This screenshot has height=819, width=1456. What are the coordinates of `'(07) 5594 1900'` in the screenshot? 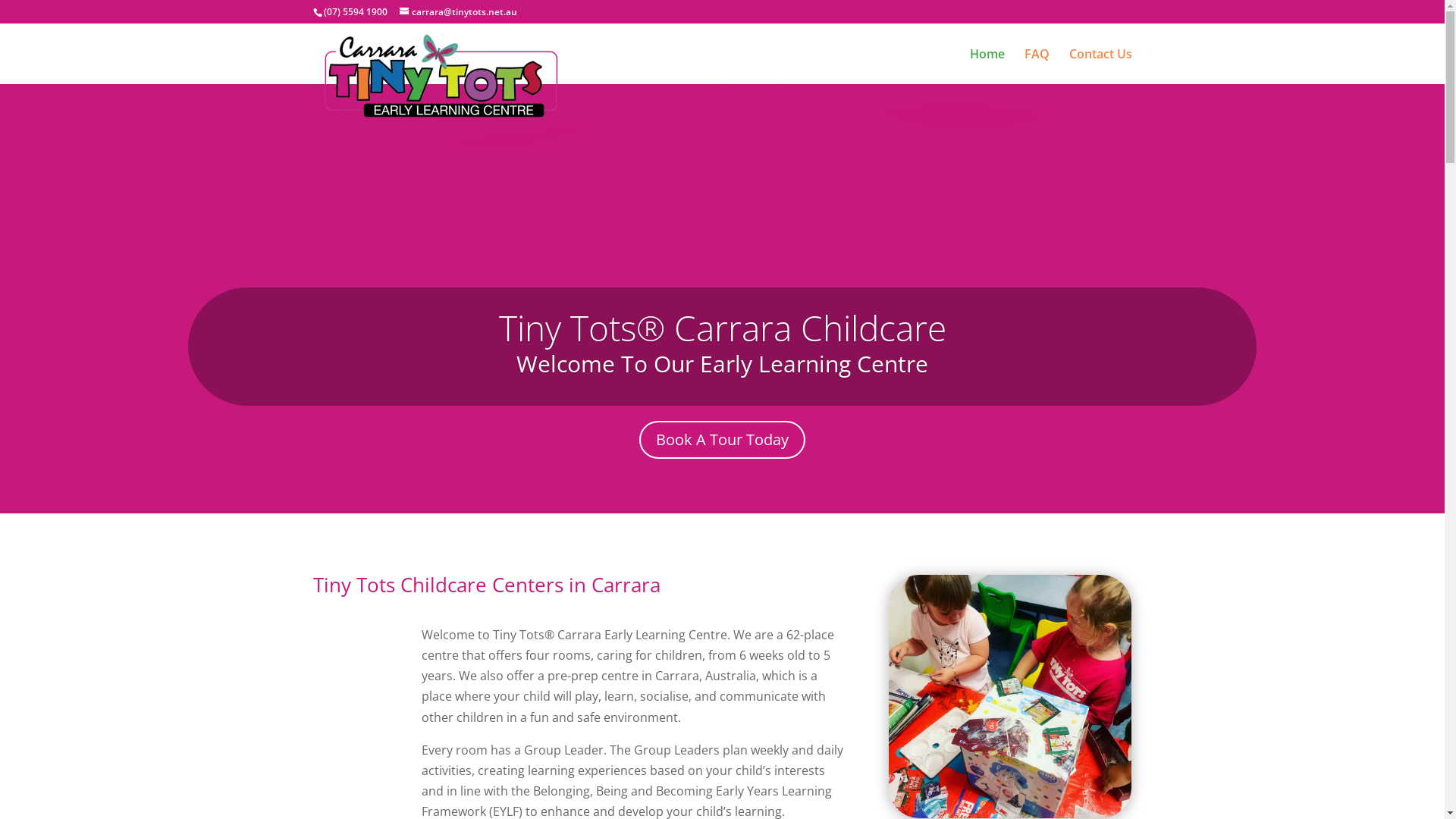 It's located at (353, 11).